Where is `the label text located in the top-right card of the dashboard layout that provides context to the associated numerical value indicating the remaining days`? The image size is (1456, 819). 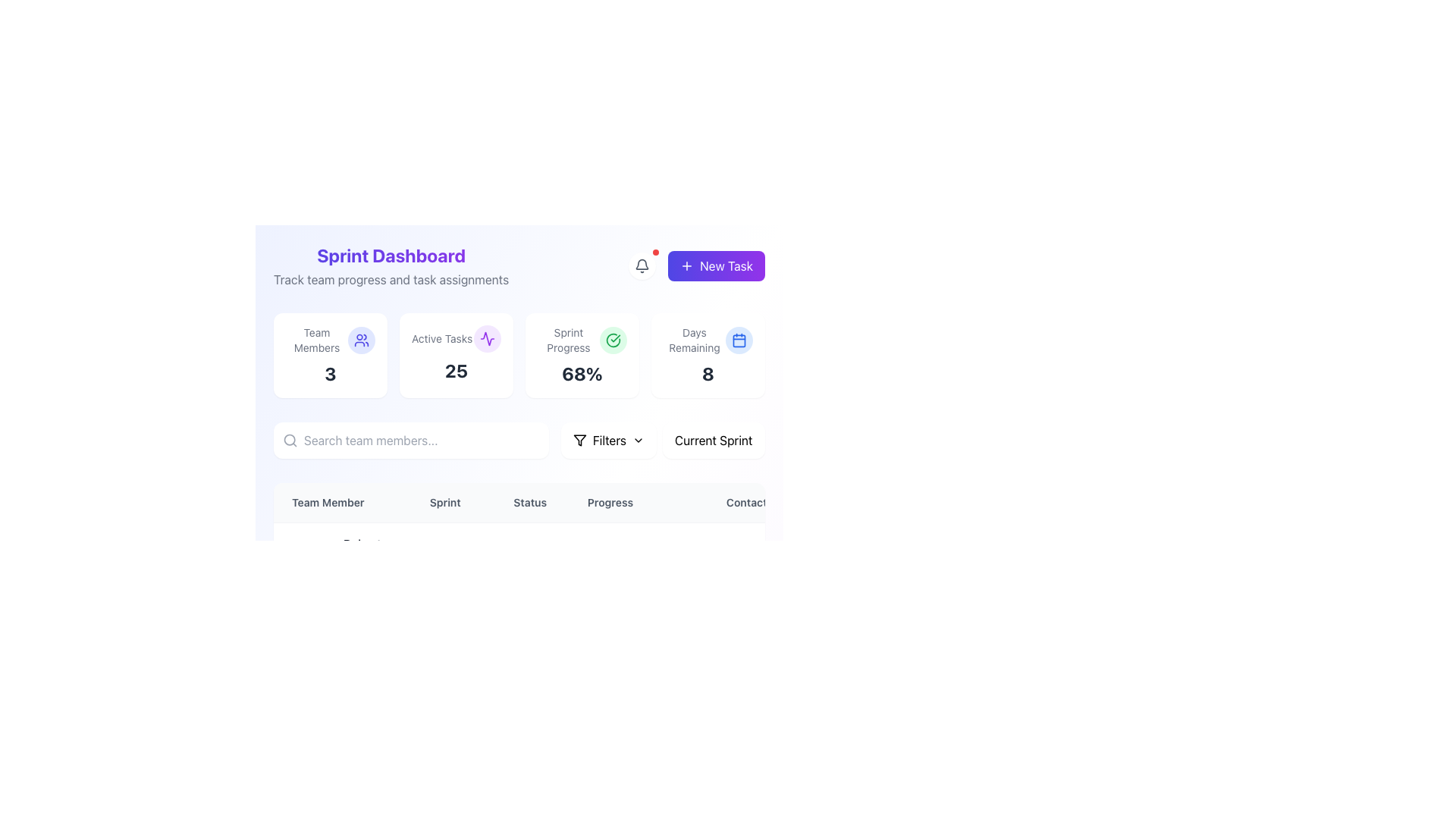 the label text located in the top-right card of the dashboard layout that provides context to the associated numerical value indicating the remaining days is located at coordinates (694, 339).